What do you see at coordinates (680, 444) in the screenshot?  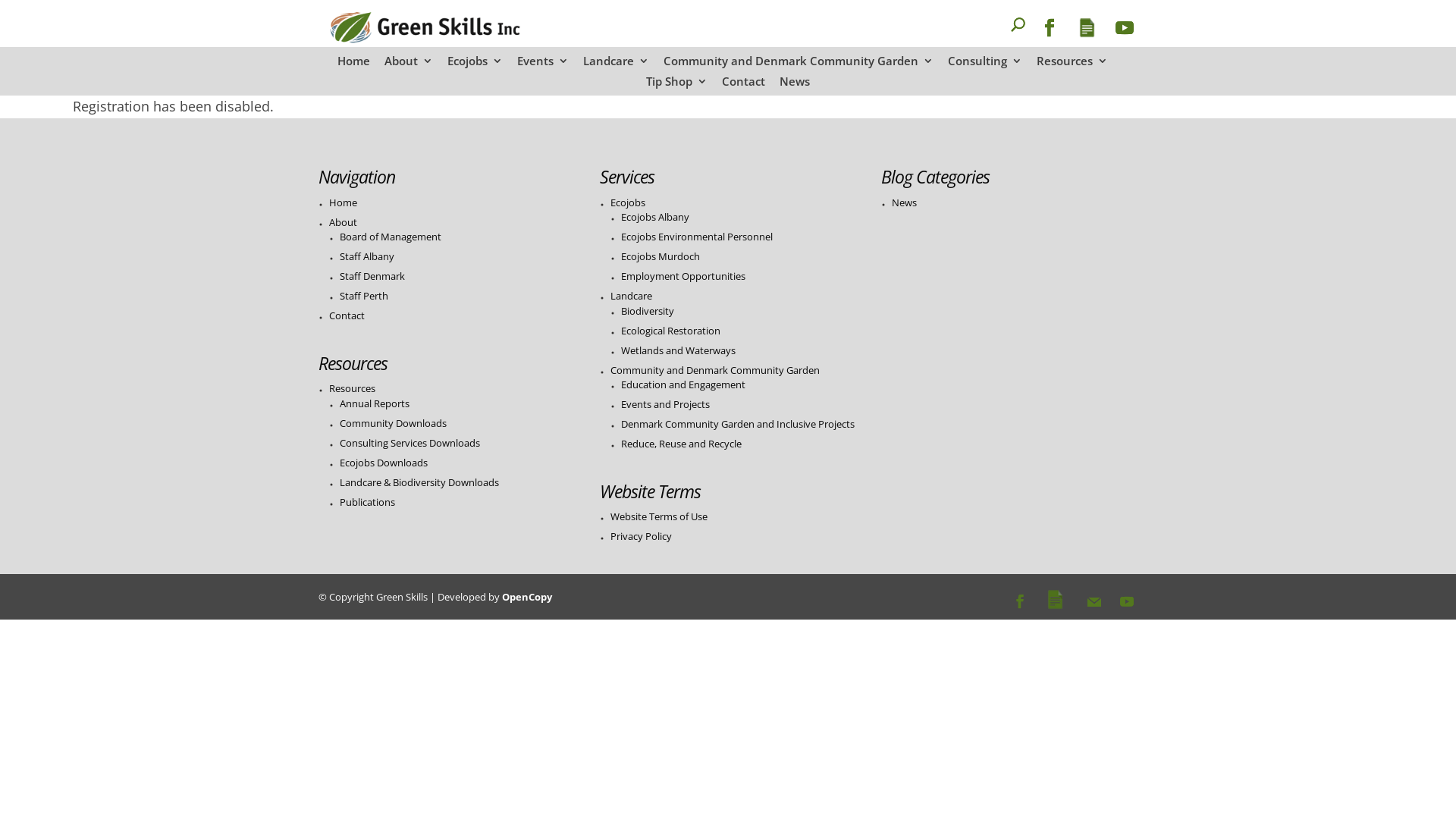 I see `'Reduce, Reuse and Recycle'` at bounding box center [680, 444].